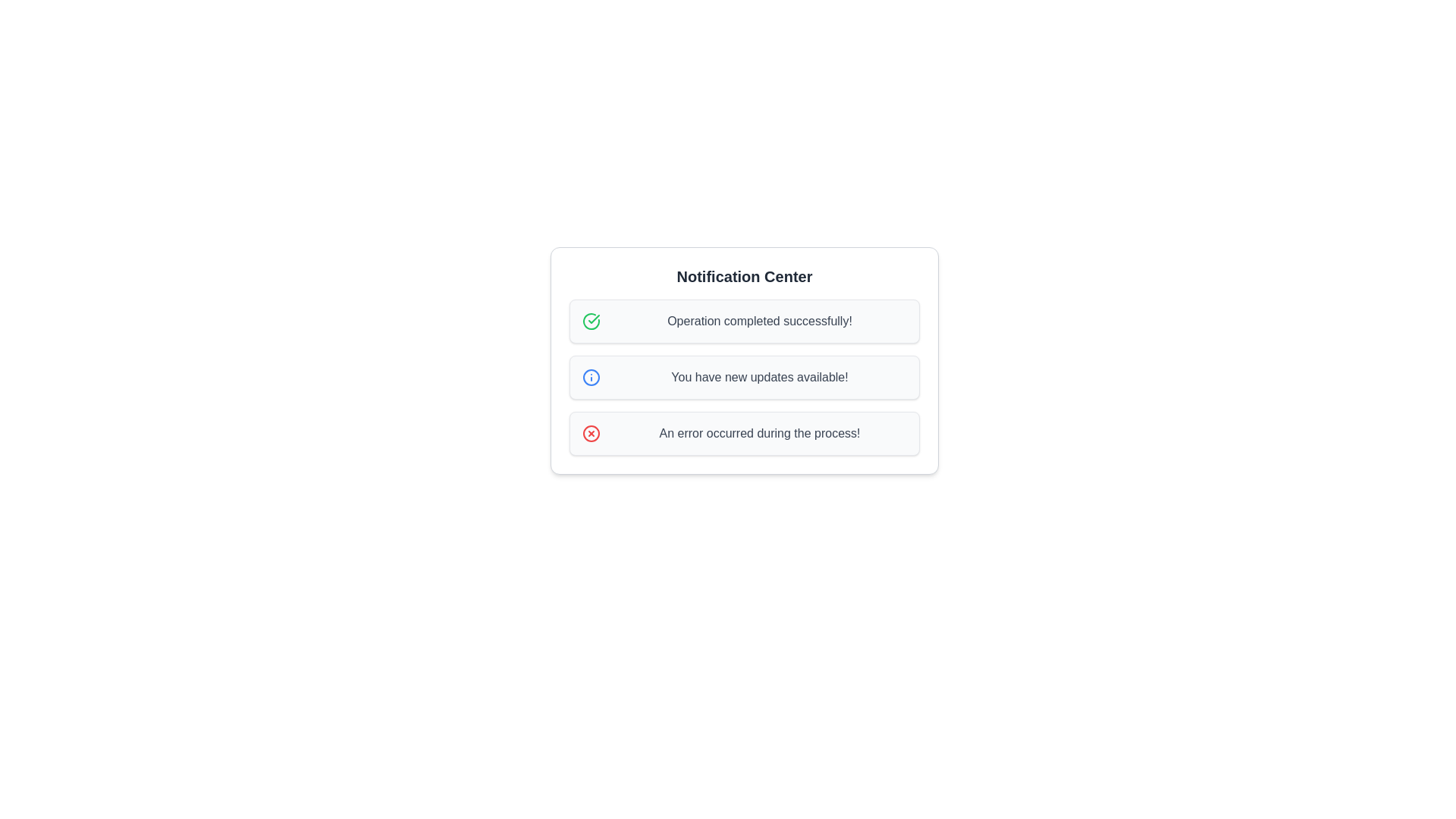 This screenshot has width=1456, height=819. What do you see at coordinates (590, 321) in the screenshot?
I see `the success indicator icon that visually represents the completion of an operation, located to the left of the 'Operation completed successfully!' text in the first notification of the list` at bounding box center [590, 321].